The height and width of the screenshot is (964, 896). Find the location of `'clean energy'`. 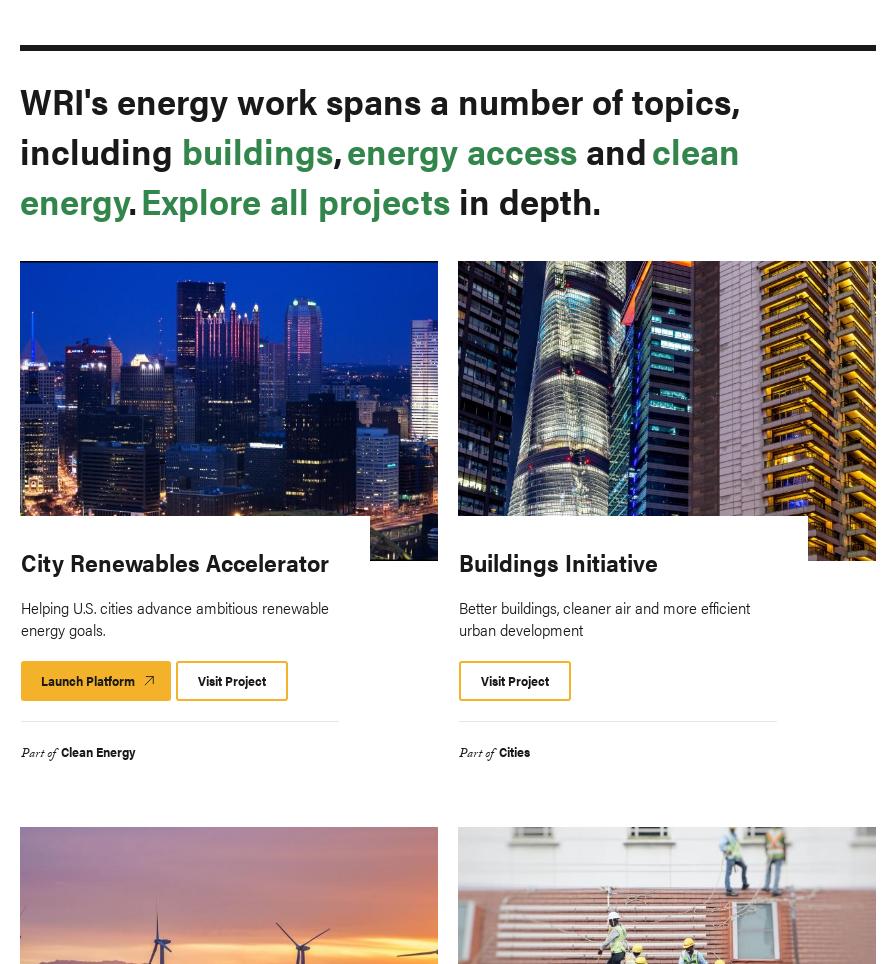

'clean energy' is located at coordinates (379, 173).